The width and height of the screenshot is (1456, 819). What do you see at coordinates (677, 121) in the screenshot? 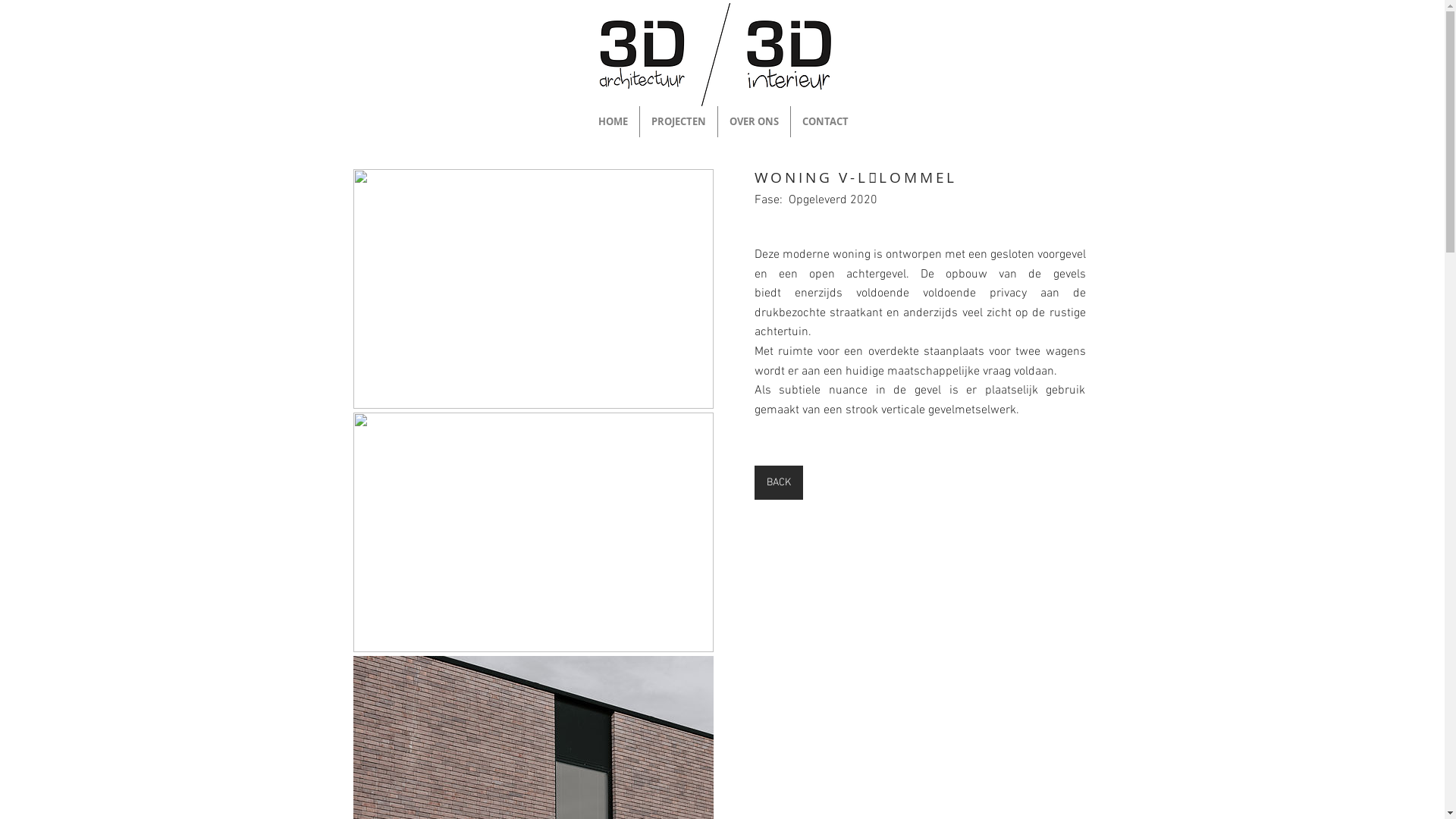
I see `'PROJECTEN'` at bounding box center [677, 121].